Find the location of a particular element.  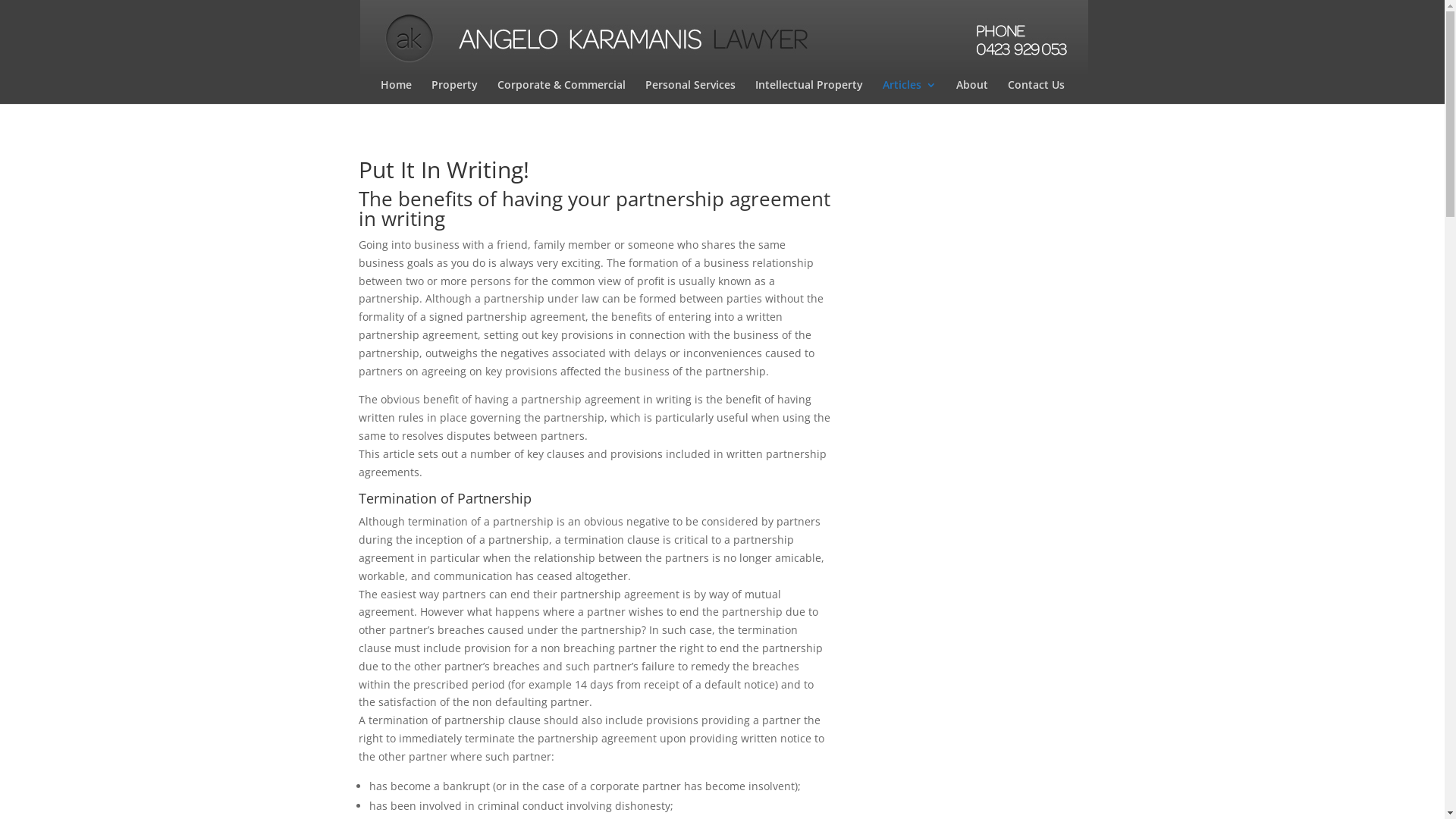

'Articles' is located at coordinates (882, 91).